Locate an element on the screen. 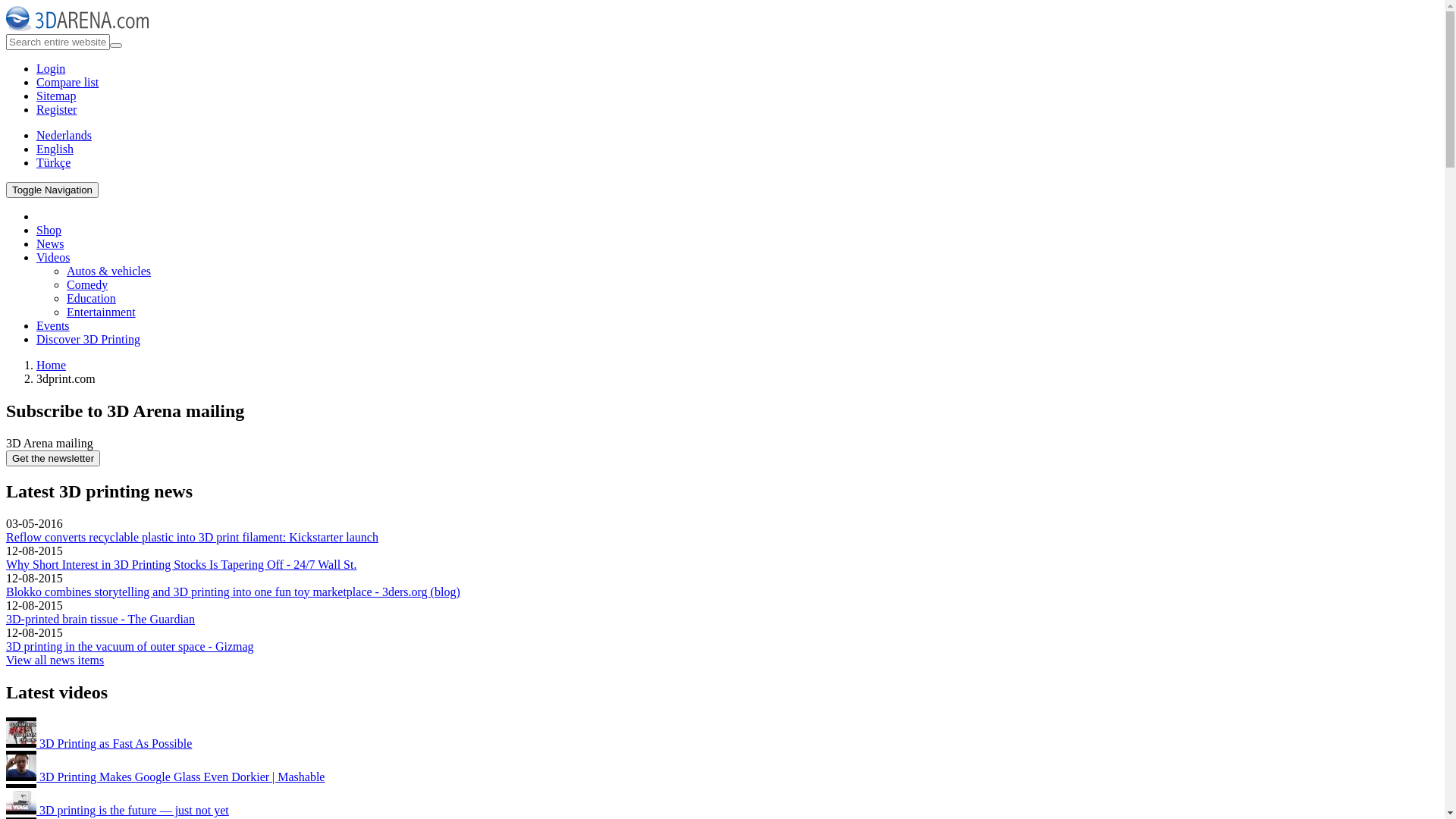 This screenshot has width=1456, height=819. 'View all news items' is located at coordinates (55, 659).